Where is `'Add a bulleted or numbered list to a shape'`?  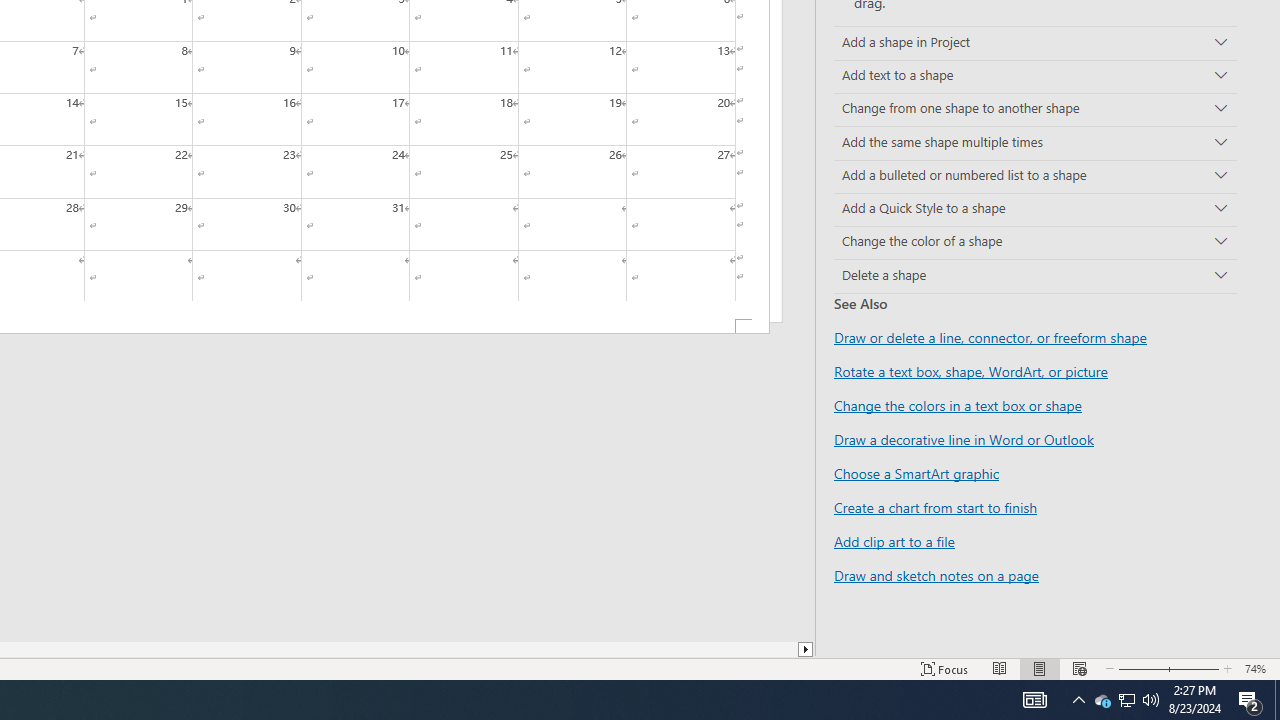 'Add a bulleted or numbered list to a shape' is located at coordinates (1035, 176).